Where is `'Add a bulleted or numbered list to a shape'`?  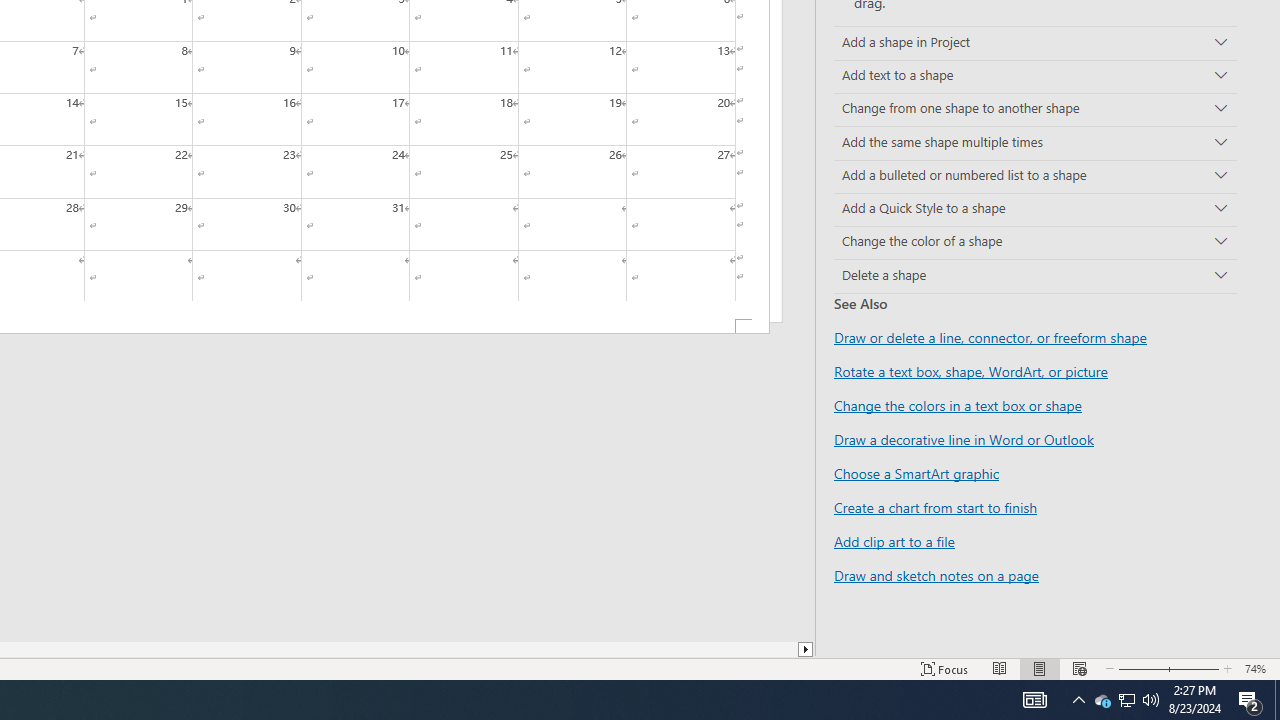 'Add a bulleted or numbered list to a shape' is located at coordinates (1035, 176).